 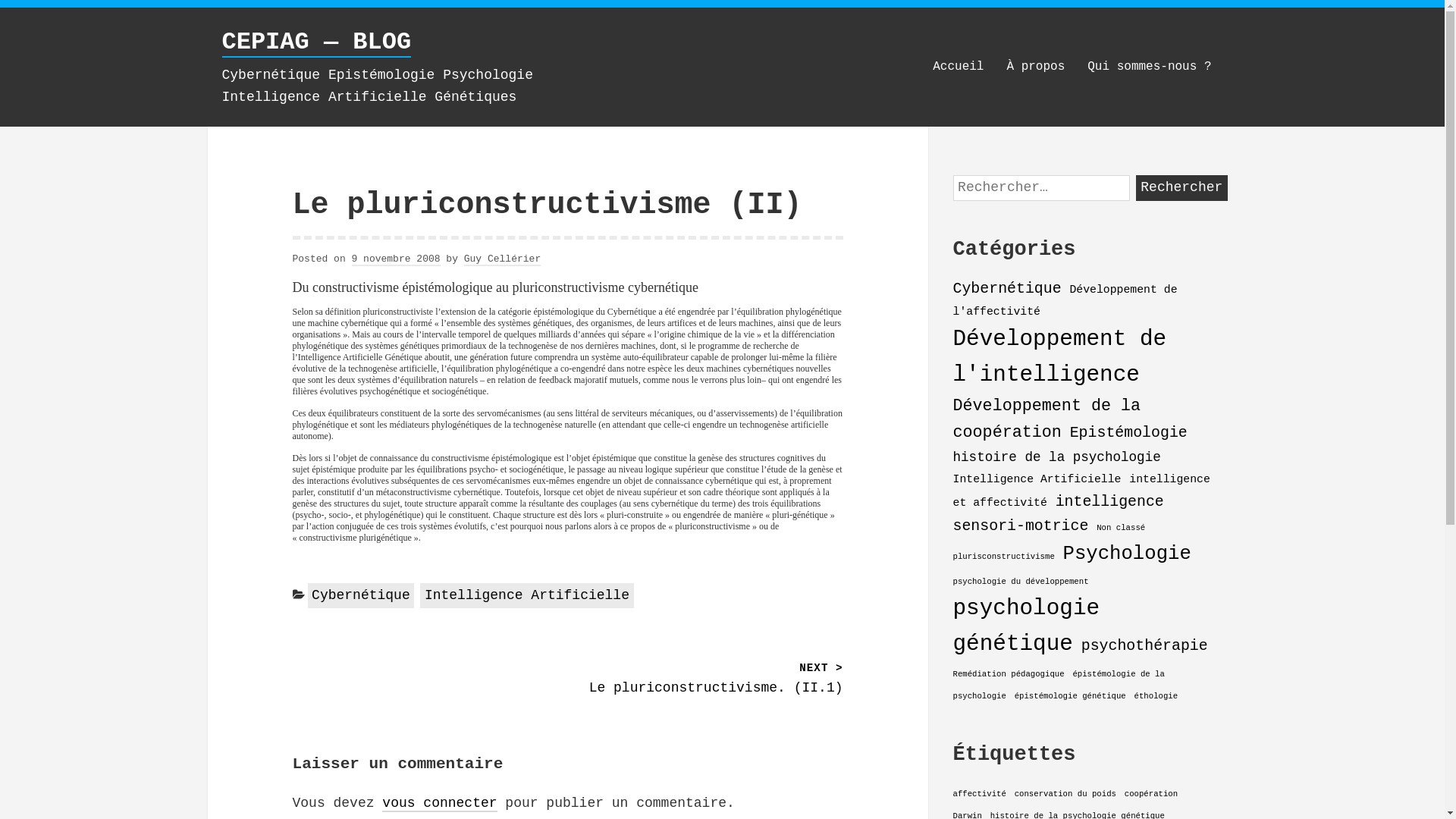 What do you see at coordinates (957, 66) in the screenshot?
I see `'Accueil'` at bounding box center [957, 66].